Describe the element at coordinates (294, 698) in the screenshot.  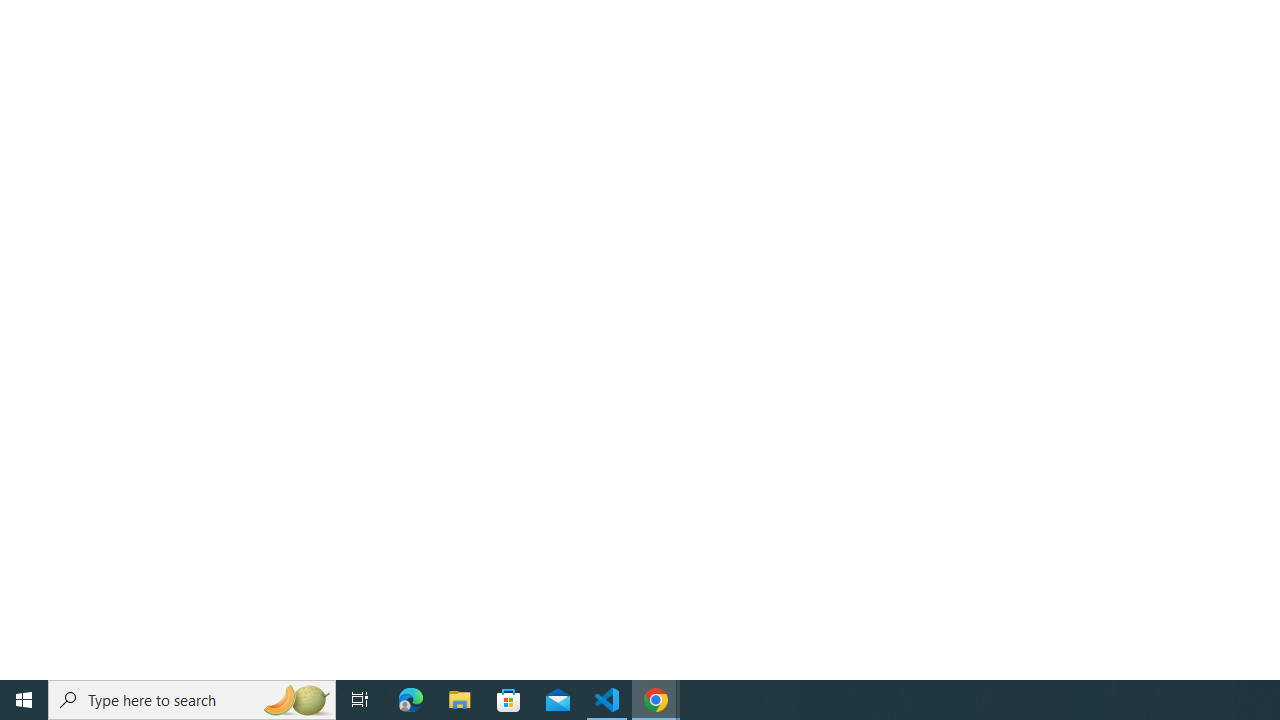
I see `'Search highlights icon opens search home window'` at that location.